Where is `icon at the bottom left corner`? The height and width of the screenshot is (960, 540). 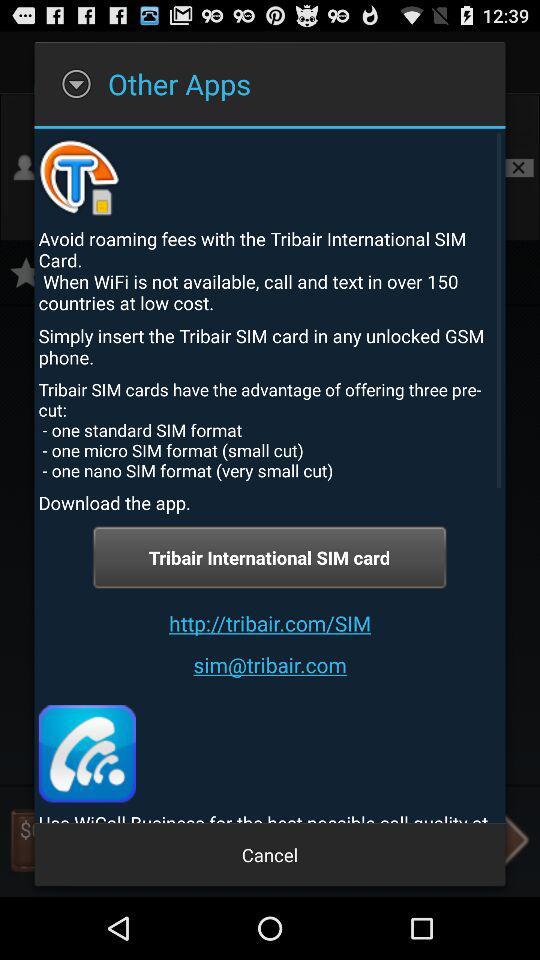
icon at the bottom left corner is located at coordinates (86, 752).